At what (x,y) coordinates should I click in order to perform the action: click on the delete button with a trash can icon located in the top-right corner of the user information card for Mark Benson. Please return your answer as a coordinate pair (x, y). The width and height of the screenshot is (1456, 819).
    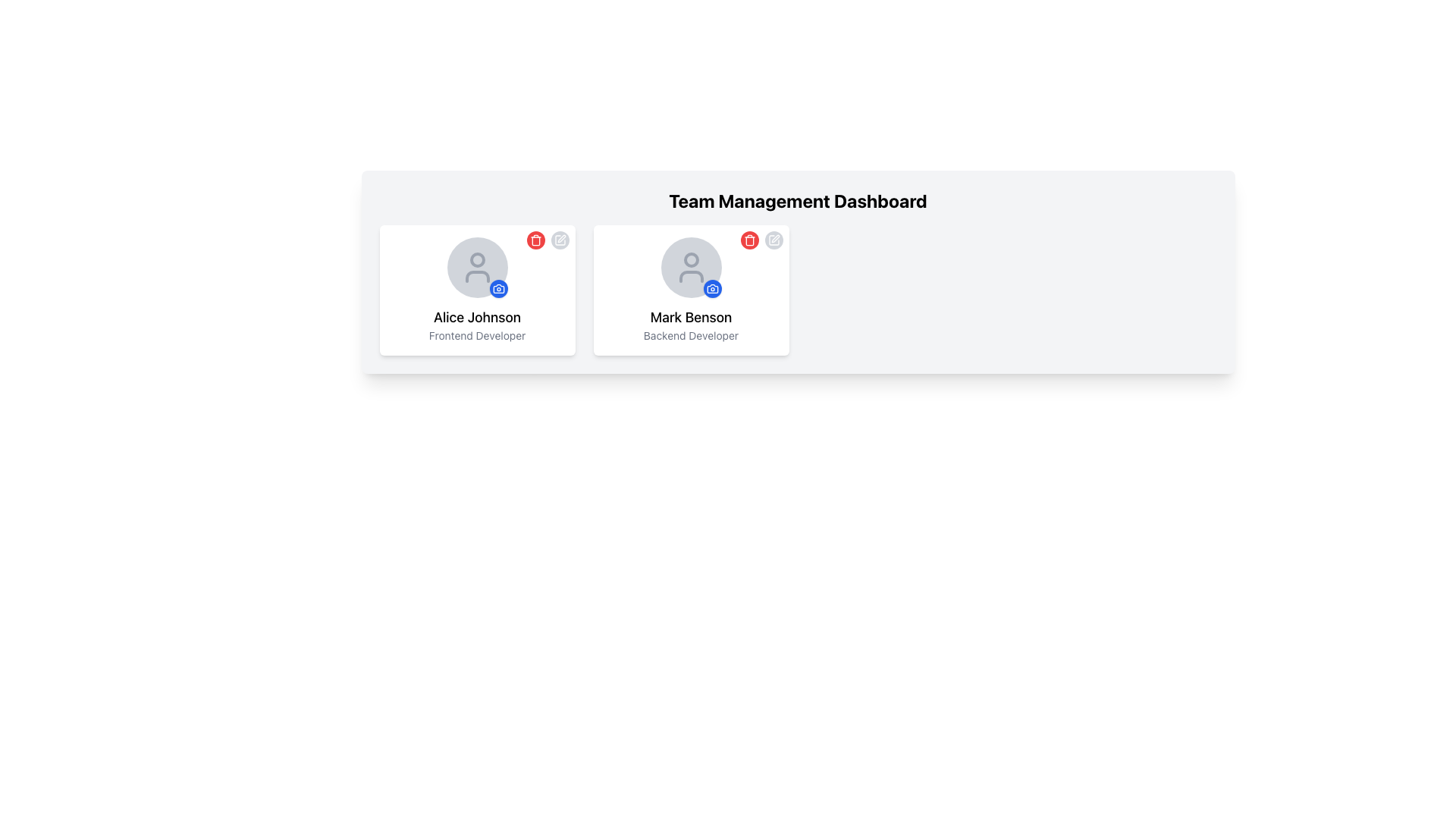
    Looking at the image, I should click on (749, 239).